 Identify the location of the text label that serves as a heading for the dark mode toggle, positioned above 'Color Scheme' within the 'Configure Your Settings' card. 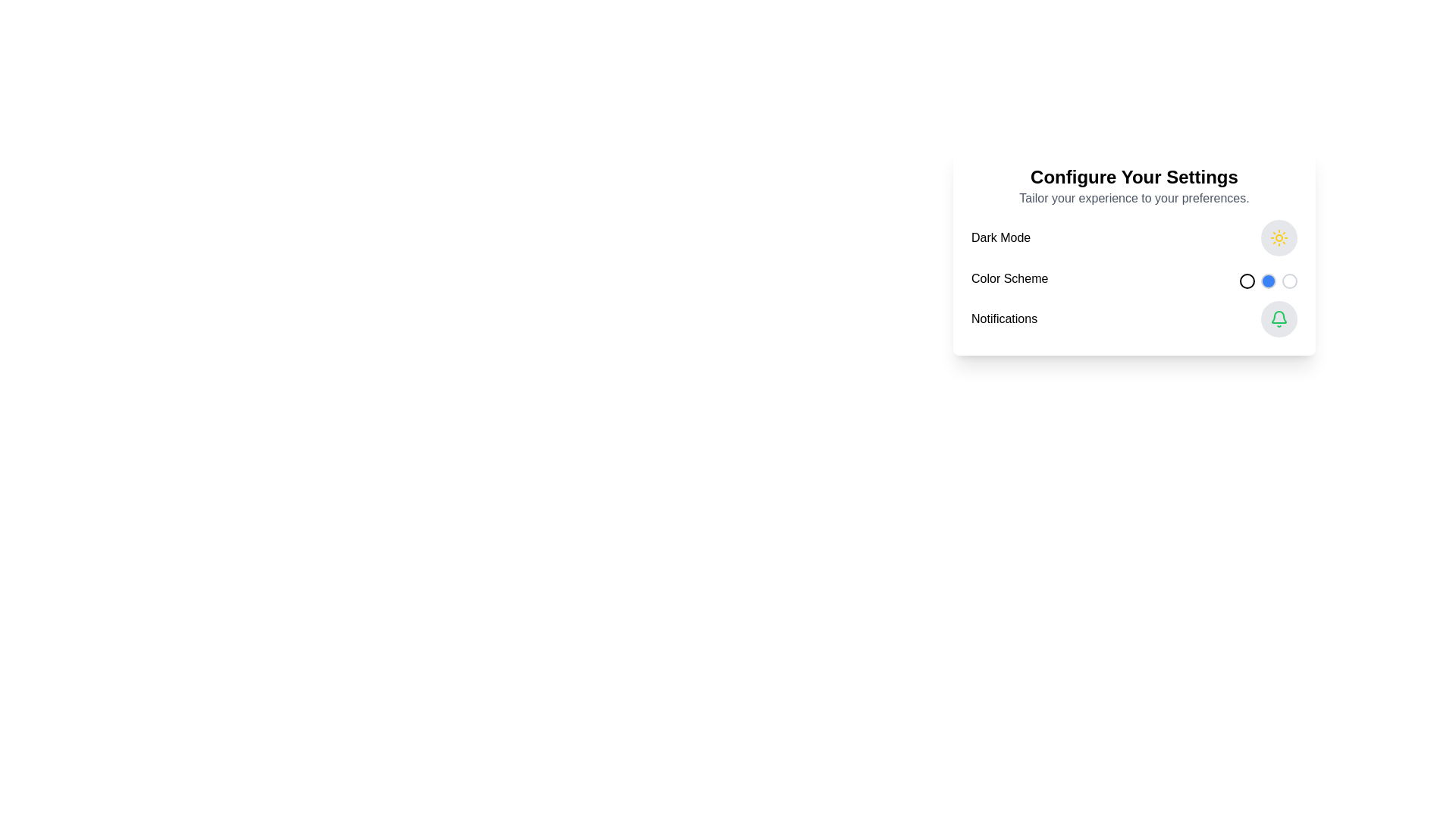
(1001, 237).